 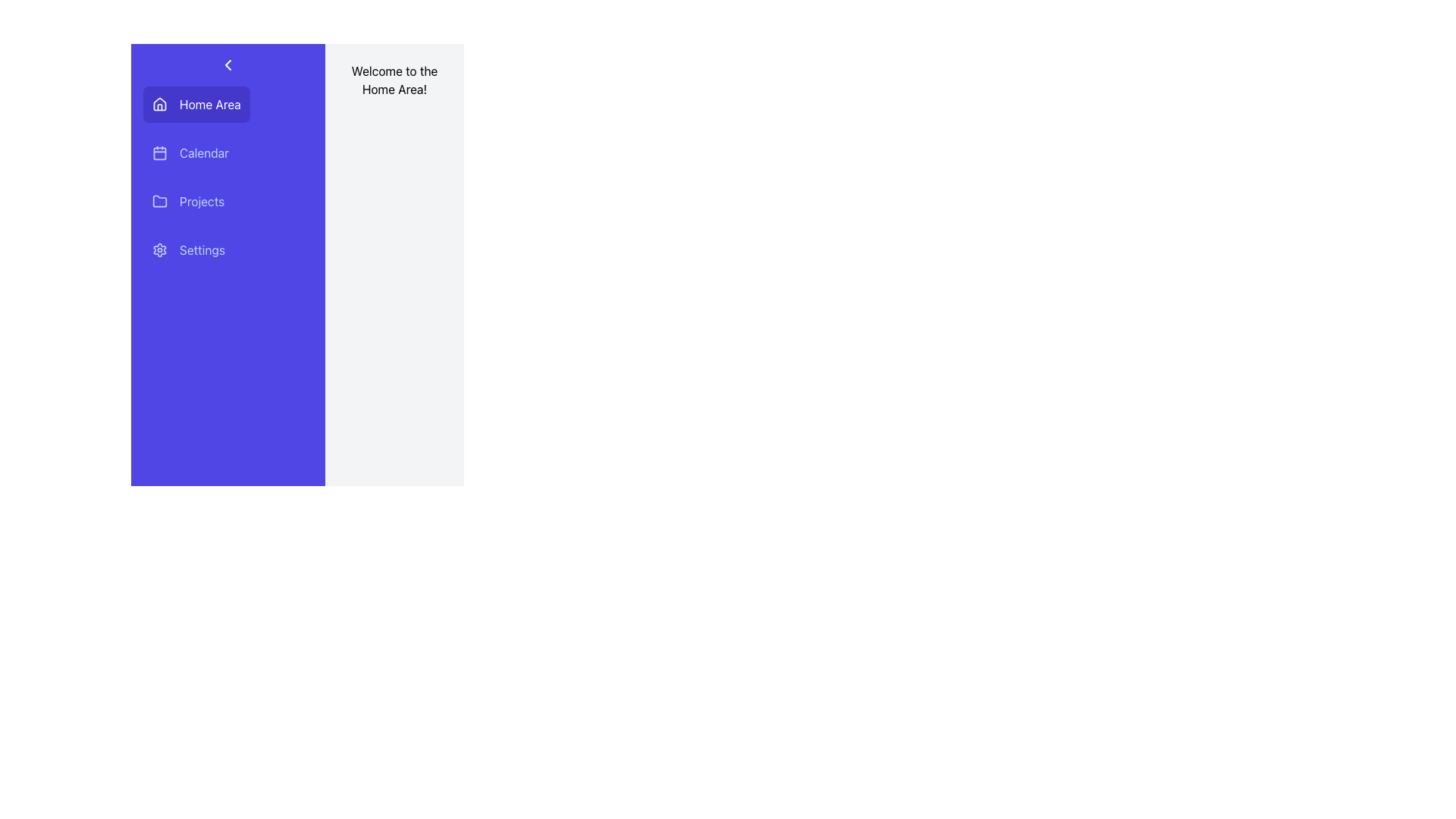 What do you see at coordinates (160, 201) in the screenshot?
I see `the folder icon representing the 'Projects' menu item located in the navigation menu, positioned to the left of the 'Projects' text` at bounding box center [160, 201].